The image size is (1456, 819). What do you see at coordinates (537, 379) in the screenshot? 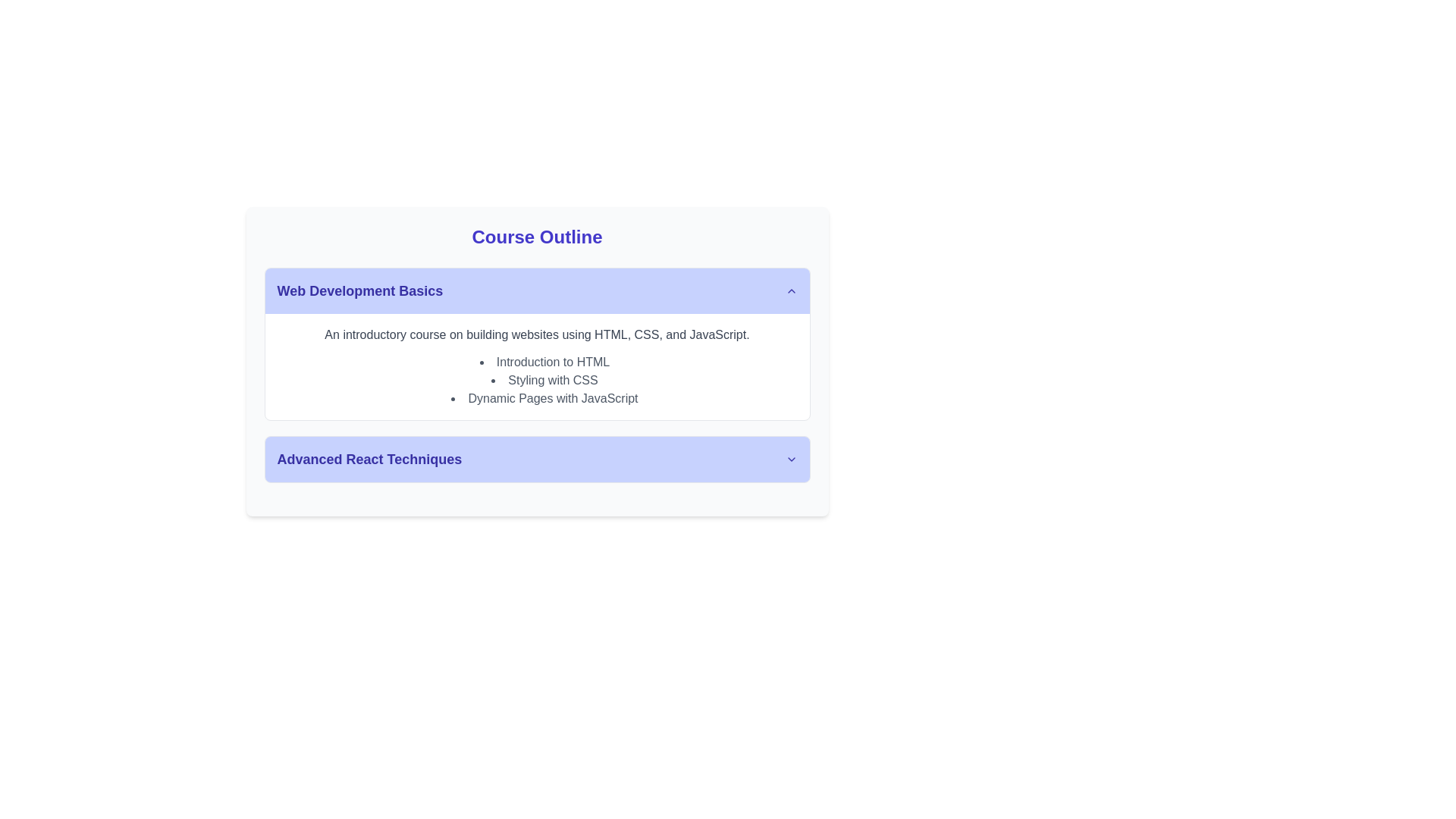
I see `the Bulleted List element that illustrates the main topics under the 'Web Development Basics' section, positioned beneath the introductory descriptive text` at bounding box center [537, 379].